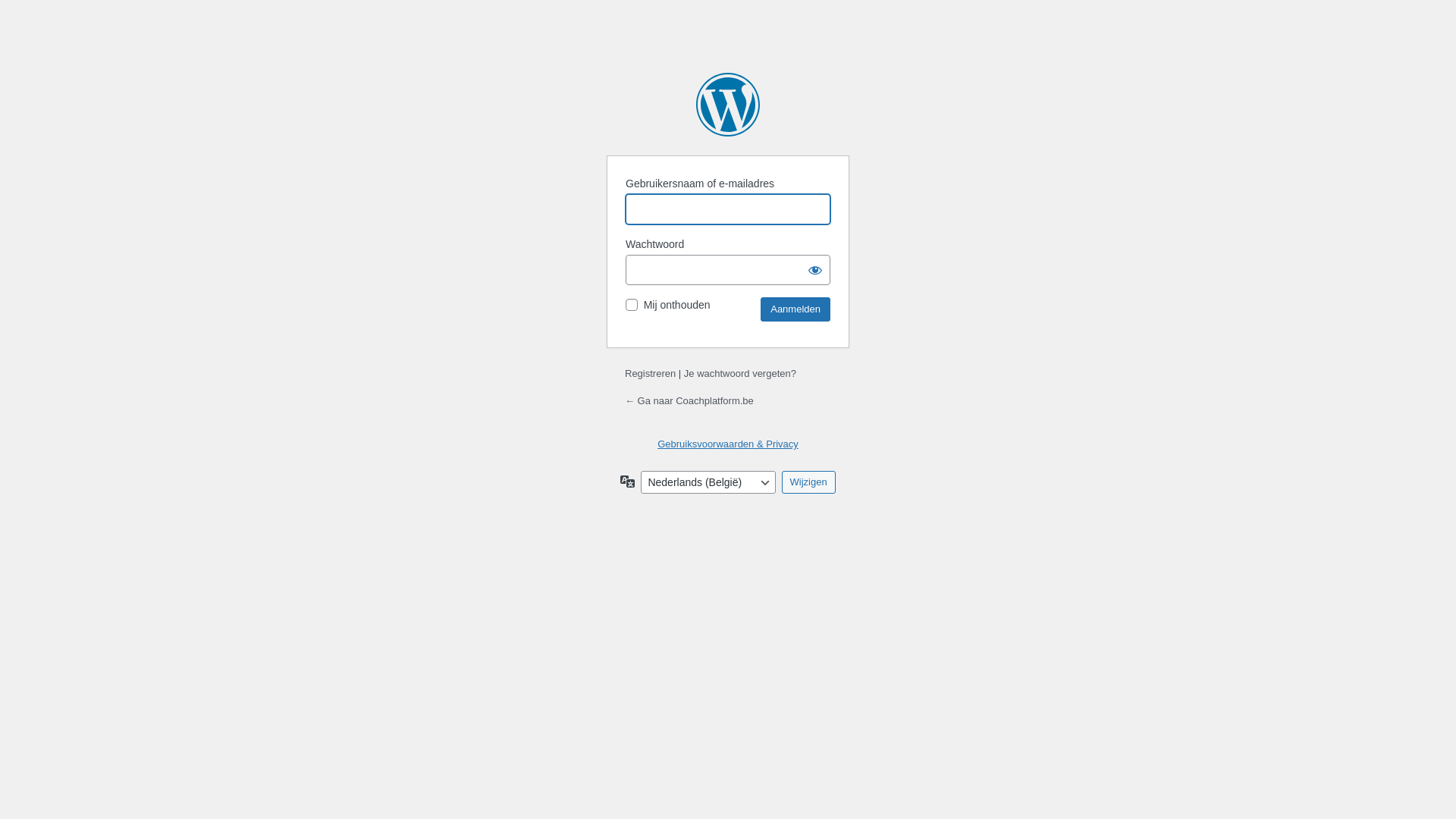 The image size is (1456, 819). Describe the element at coordinates (808, 482) in the screenshot. I see `'Wijzigen'` at that location.